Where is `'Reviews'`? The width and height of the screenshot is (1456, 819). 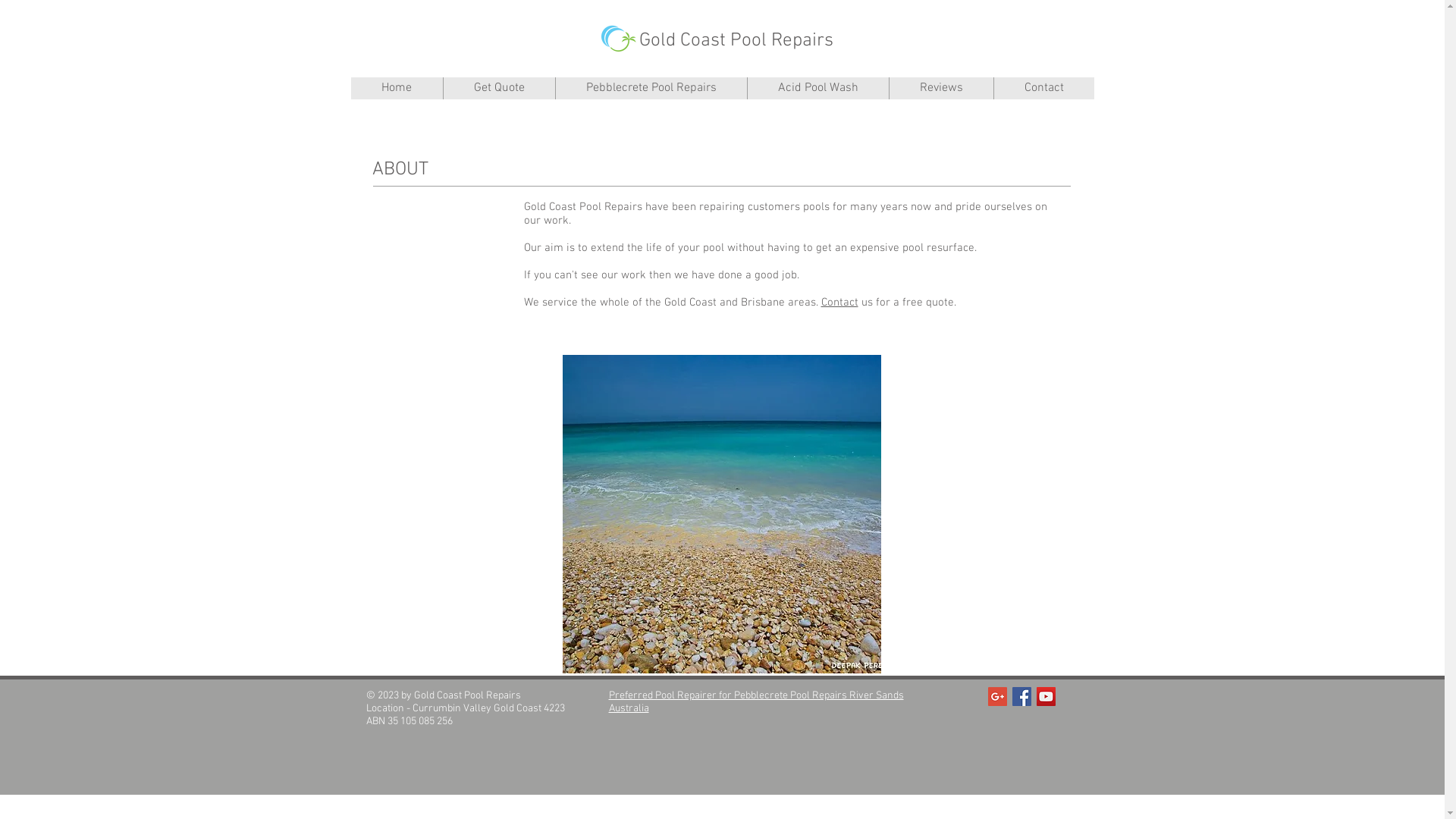 'Reviews' is located at coordinates (888, 88).